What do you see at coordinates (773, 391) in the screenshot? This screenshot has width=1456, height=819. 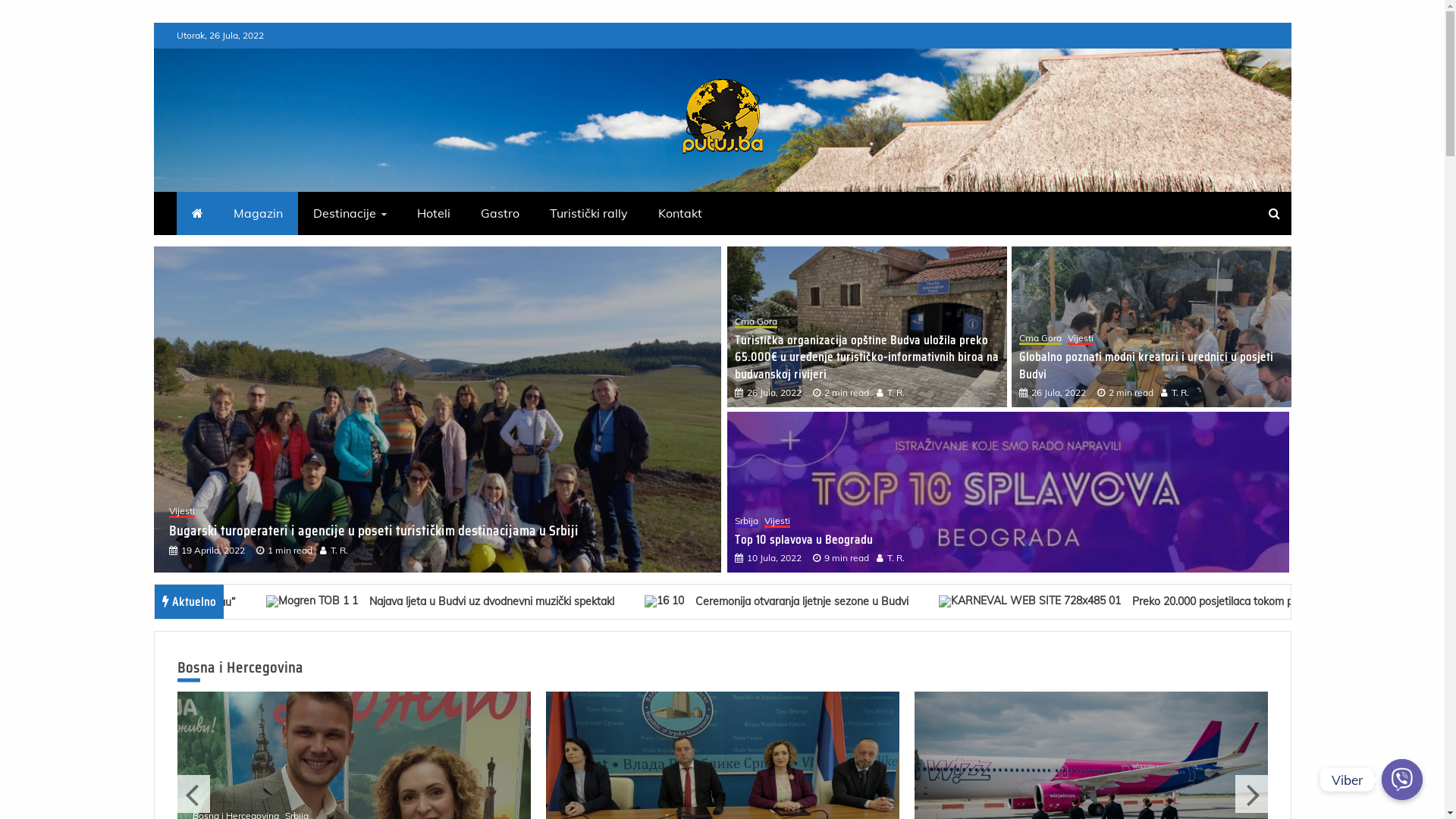 I see `'26 Jula, 2022'` at bounding box center [773, 391].